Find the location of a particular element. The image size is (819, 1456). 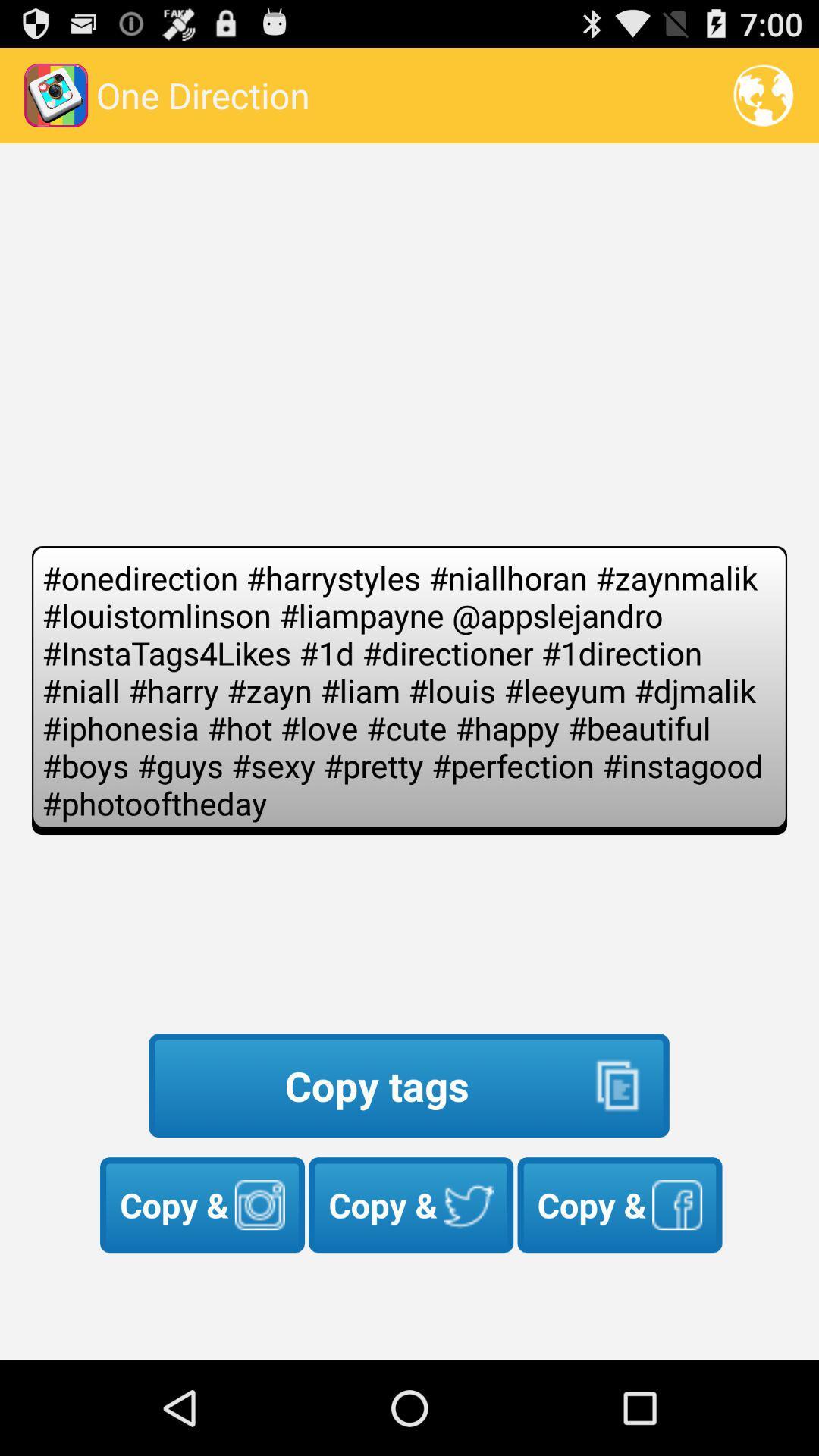

the item above the onedirection harrystyles niallhoran icon is located at coordinates (763, 94).